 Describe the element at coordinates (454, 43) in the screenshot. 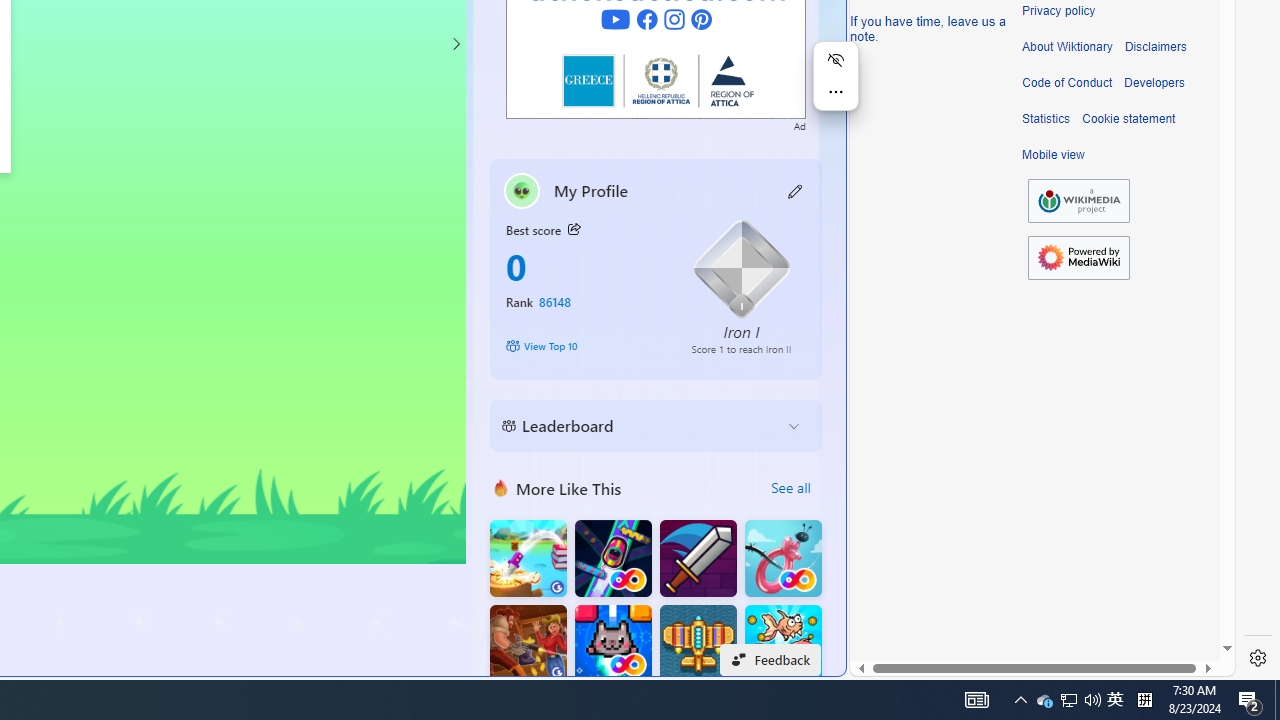

I see `'Class: control'` at that location.